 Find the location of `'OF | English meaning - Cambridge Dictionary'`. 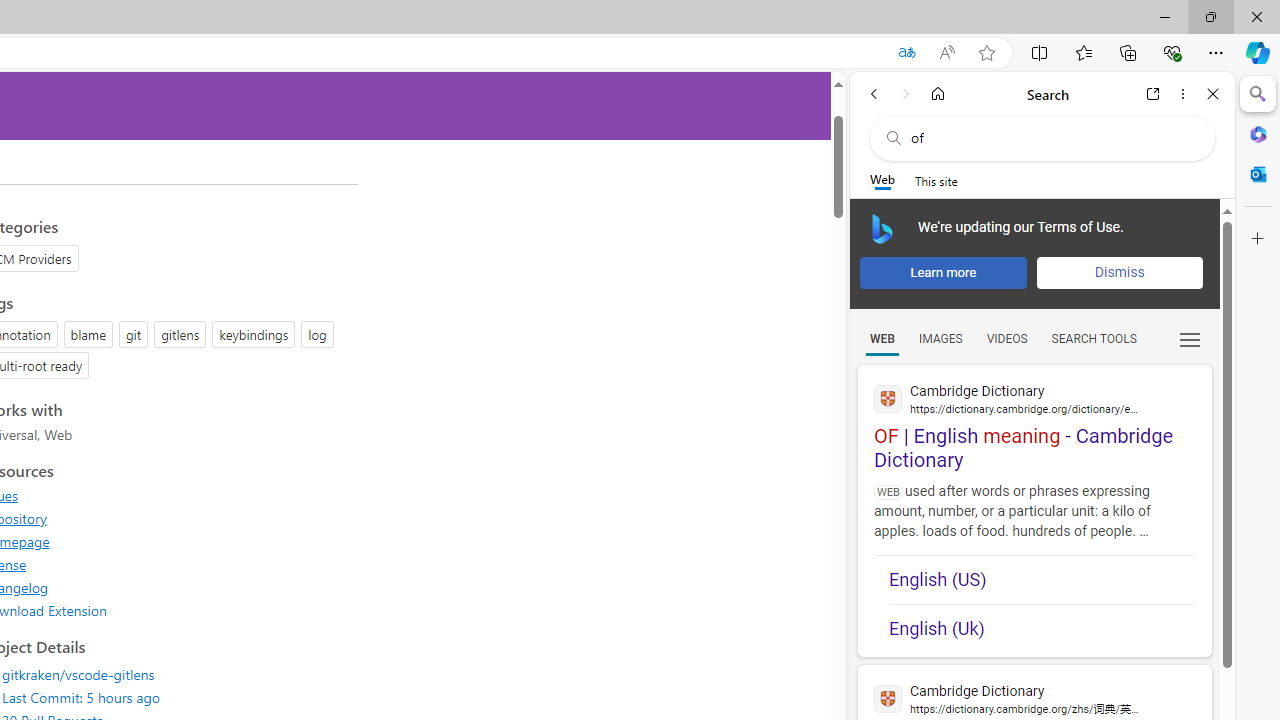

'OF | English meaning - Cambridge Dictionary' is located at coordinates (1034, 418).